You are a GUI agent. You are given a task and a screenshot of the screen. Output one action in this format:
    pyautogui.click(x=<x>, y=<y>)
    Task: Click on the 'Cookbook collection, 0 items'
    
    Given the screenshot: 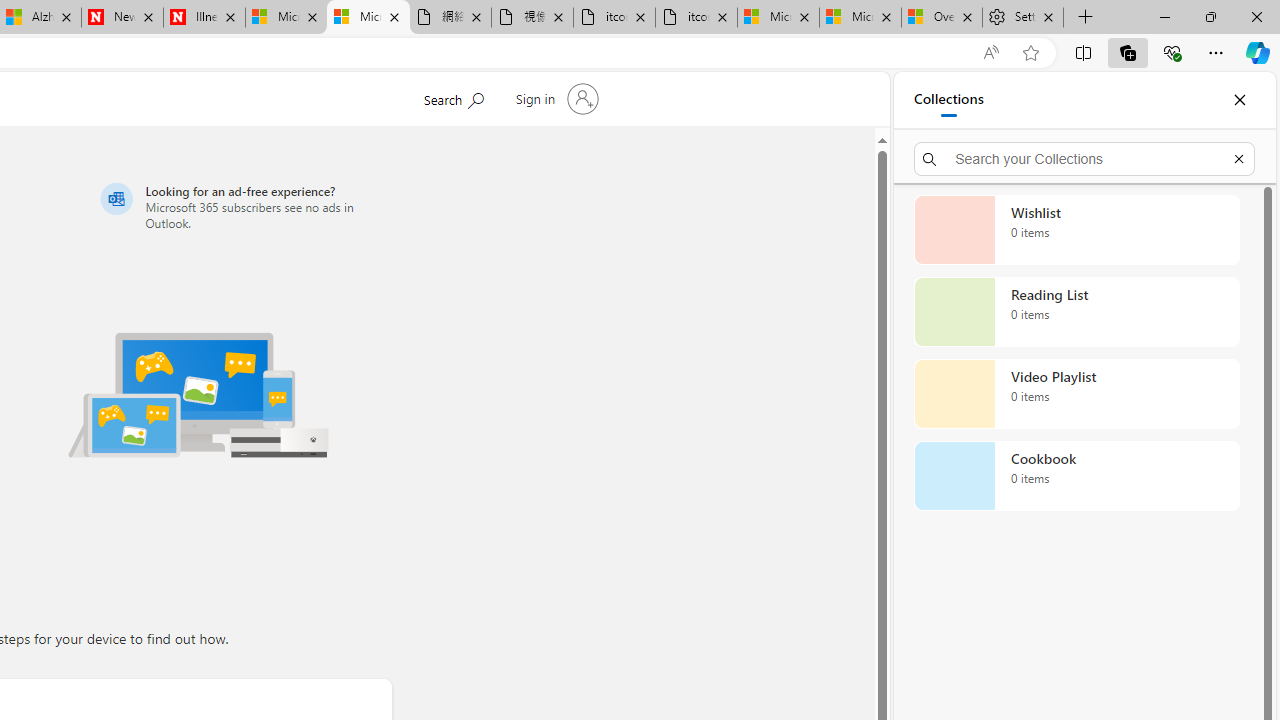 What is the action you would take?
    pyautogui.click(x=1076, y=475)
    